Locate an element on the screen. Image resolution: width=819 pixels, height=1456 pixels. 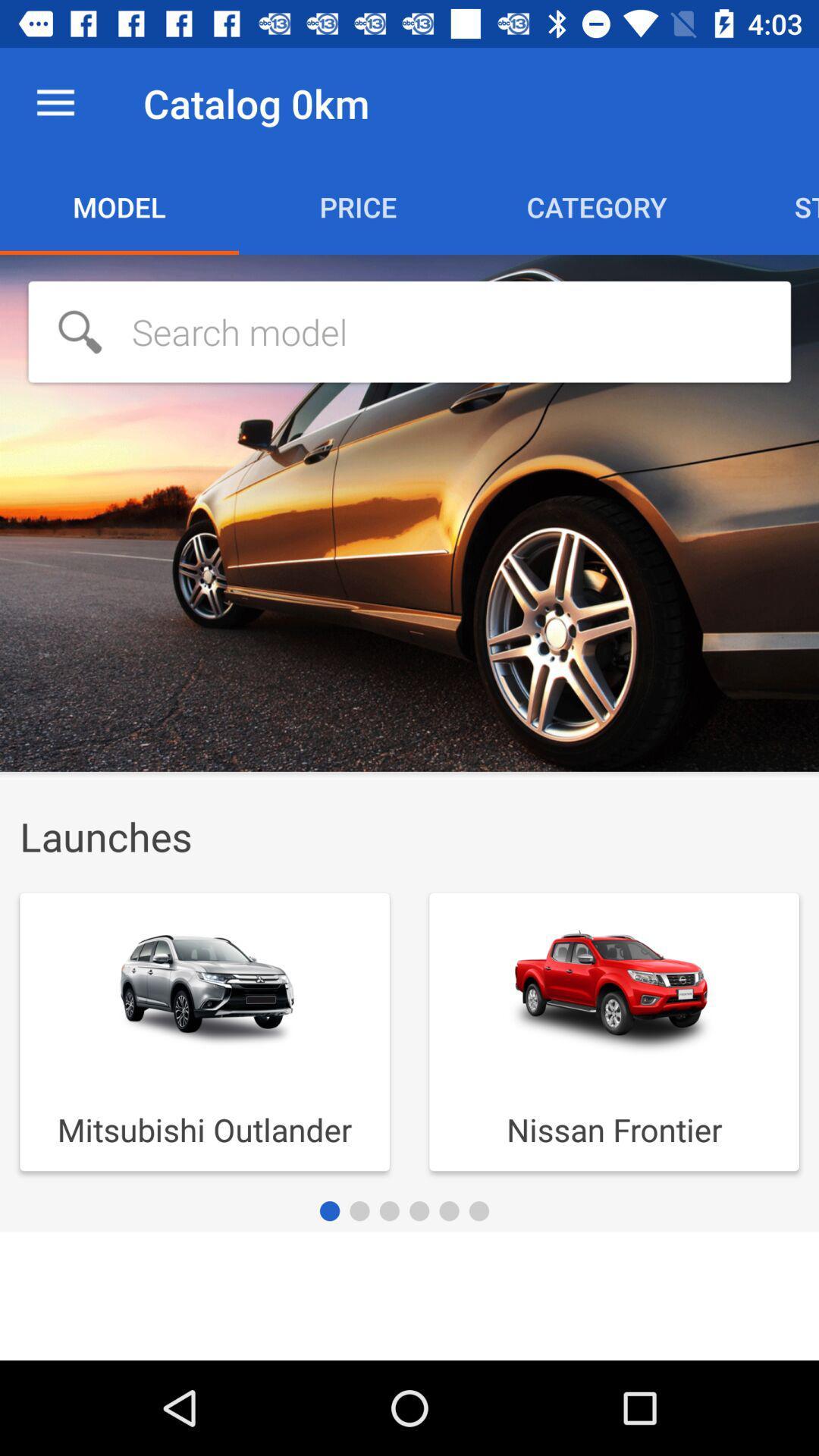
the item below model is located at coordinates (409, 331).